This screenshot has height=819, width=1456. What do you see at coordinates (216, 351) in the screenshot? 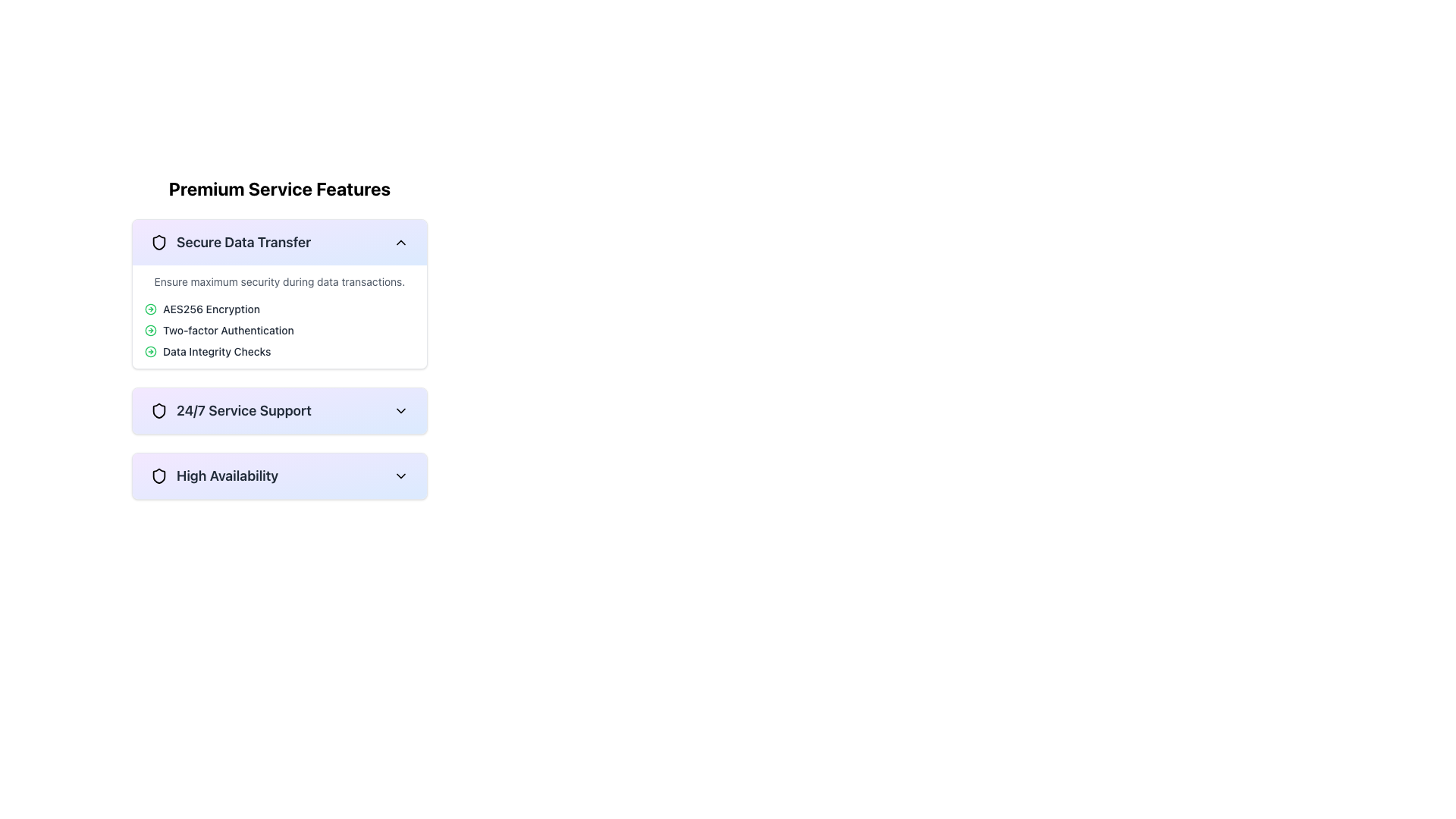
I see `the text label that reads 'Data Integrity Checks', which is styled in medium-sized gray font and is the third item in the list under 'Secure Data Transfer'` at bounding box center [216, 351].